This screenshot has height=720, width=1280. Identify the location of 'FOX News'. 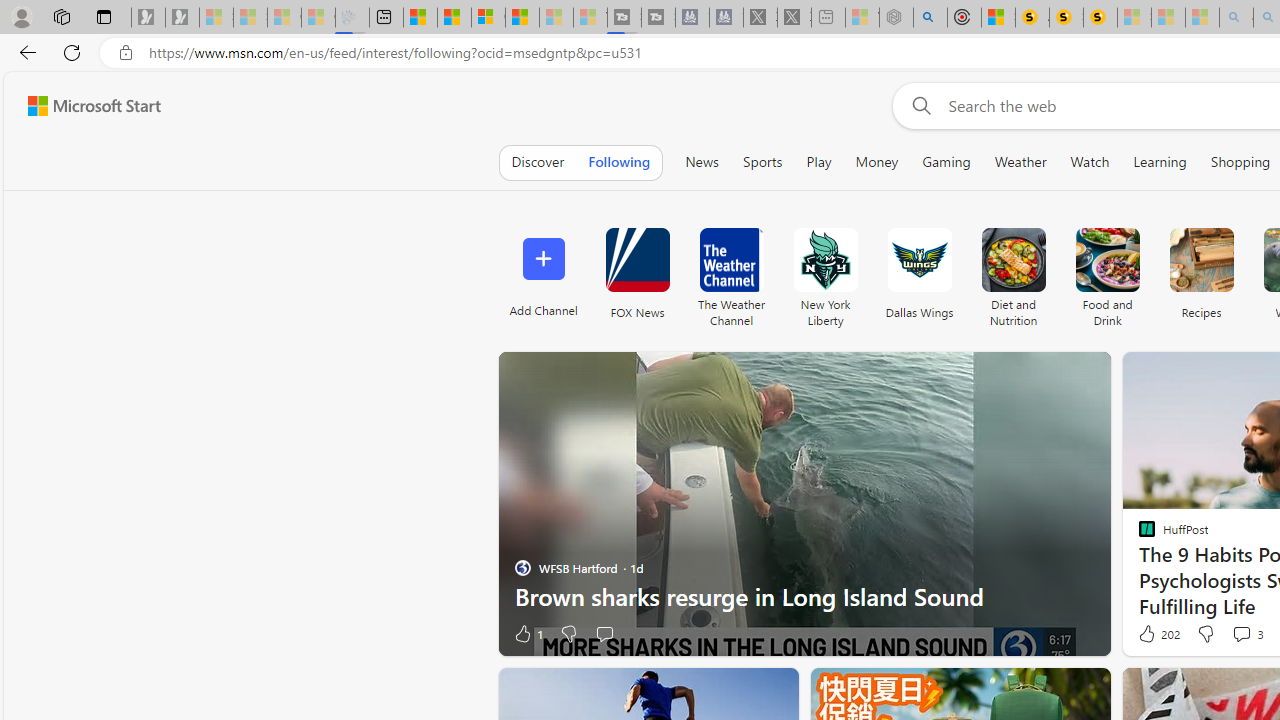
(636, 272).